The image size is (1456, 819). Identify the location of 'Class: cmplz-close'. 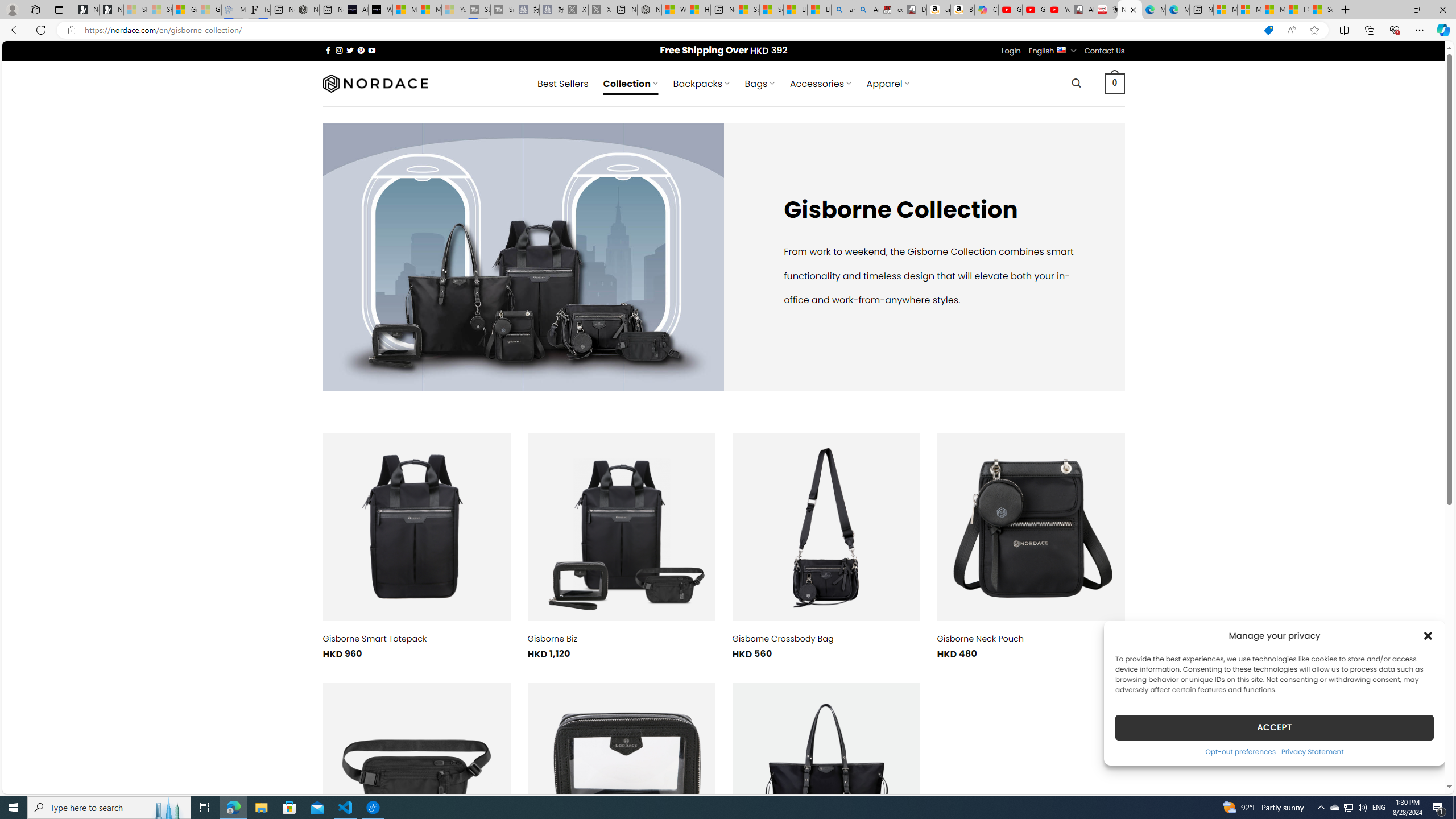
(1428, 635).